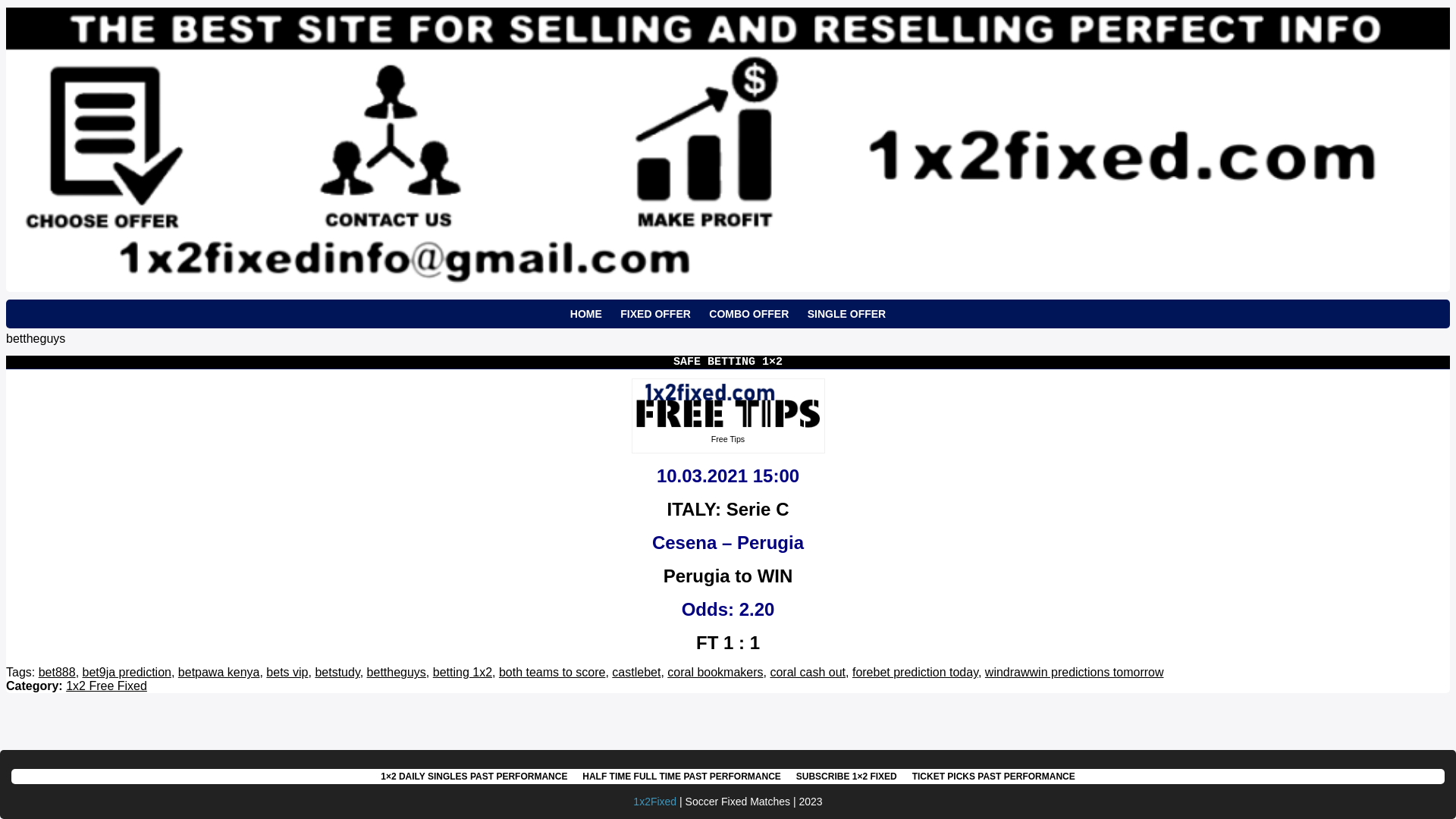 This screenshot has height=819, width=1456. What do you see at coordinates (914, 671) in the screenshot?
I see `'forebet prediction today'` at bounding box center [914, 671].